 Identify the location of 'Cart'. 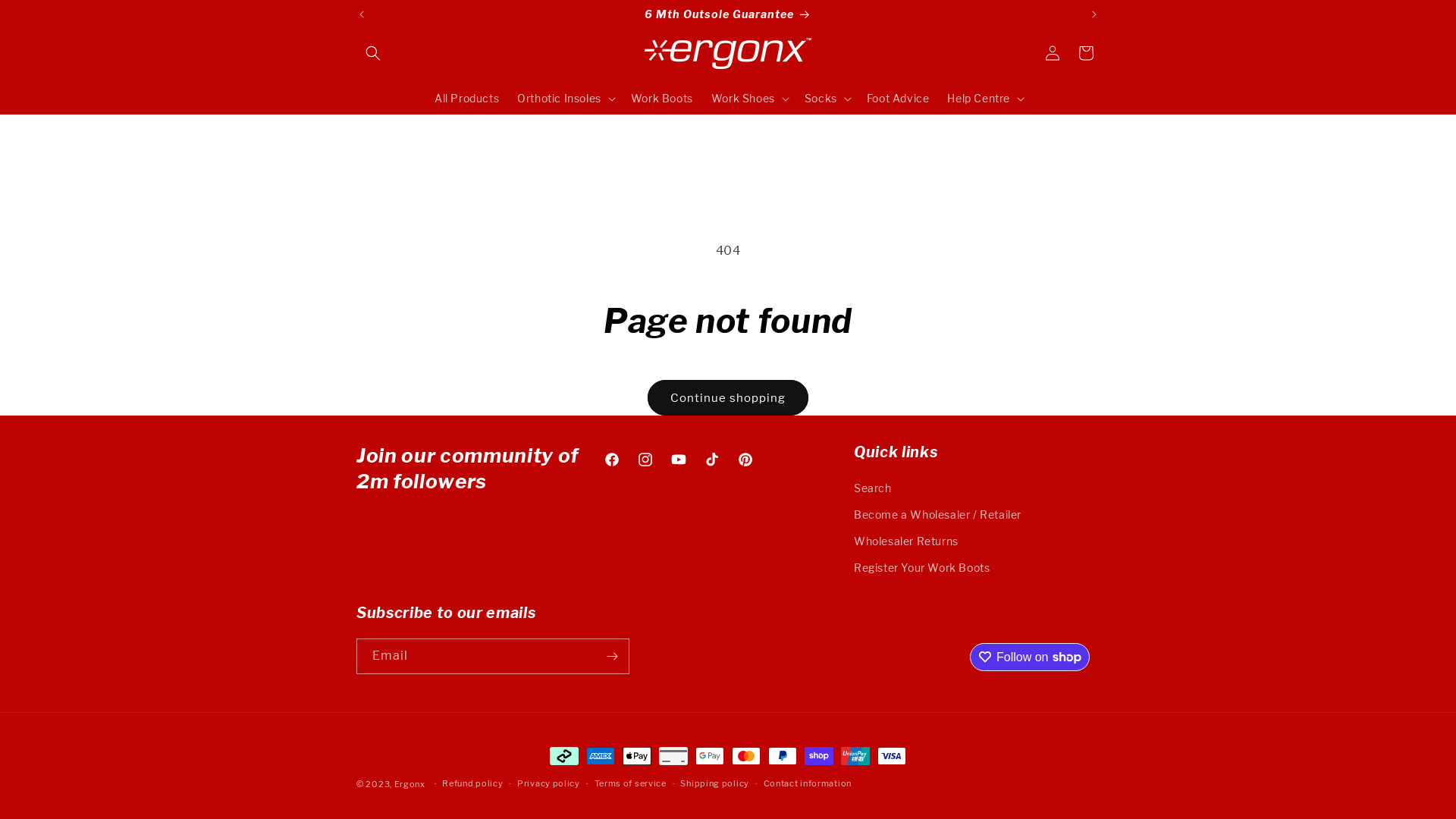
(1068, 52).